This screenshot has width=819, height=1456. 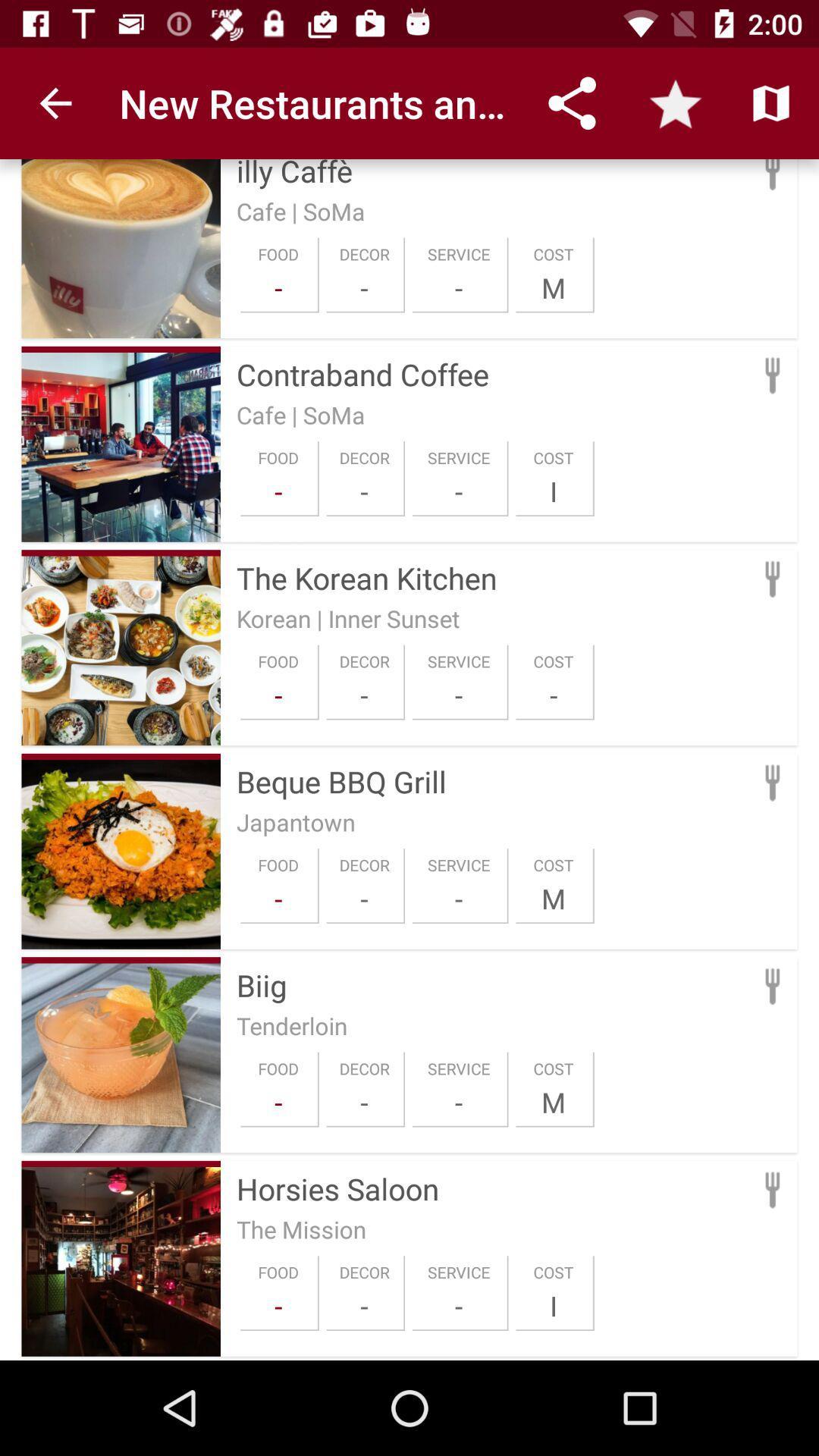 What do you see at coordinates (458, 694) in the screenshot?
I see `item to the left of cost item` at bounding box center [458, 694].